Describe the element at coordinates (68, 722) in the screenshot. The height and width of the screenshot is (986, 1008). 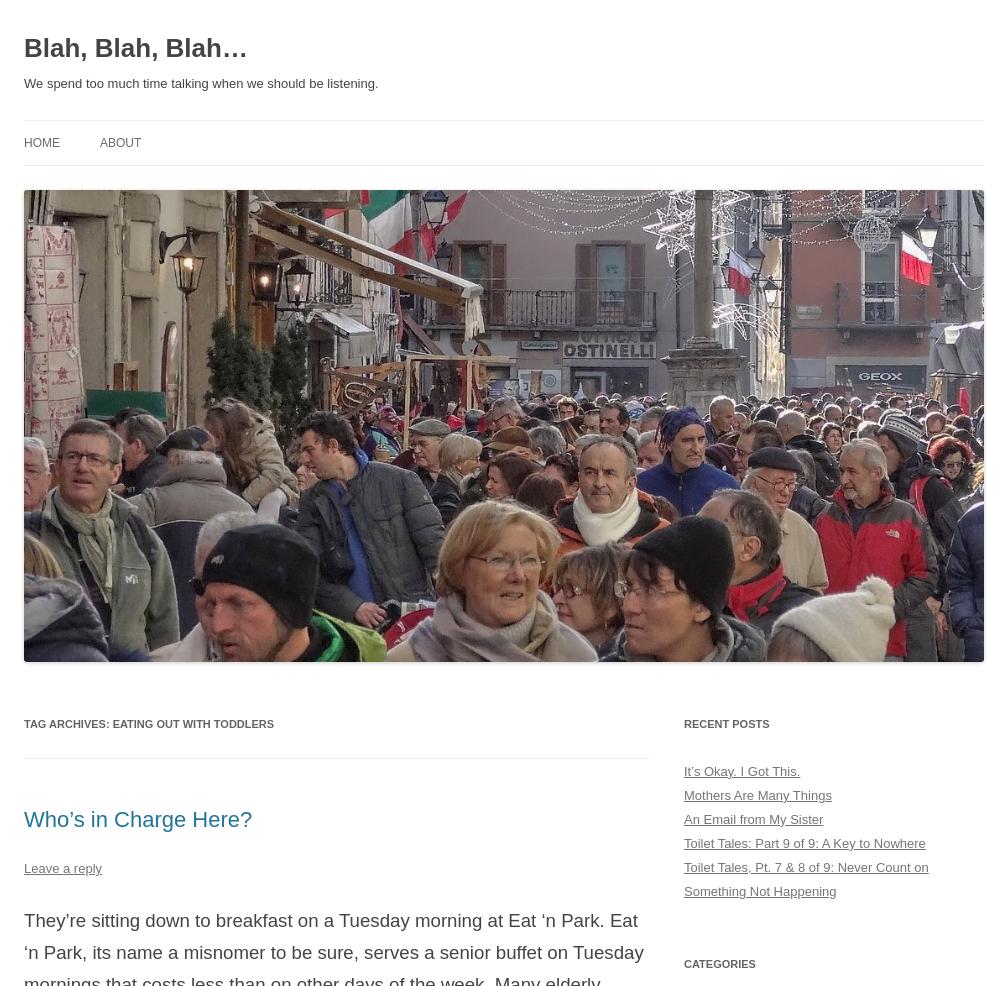
I see `'Tag Archives:'` at that location.